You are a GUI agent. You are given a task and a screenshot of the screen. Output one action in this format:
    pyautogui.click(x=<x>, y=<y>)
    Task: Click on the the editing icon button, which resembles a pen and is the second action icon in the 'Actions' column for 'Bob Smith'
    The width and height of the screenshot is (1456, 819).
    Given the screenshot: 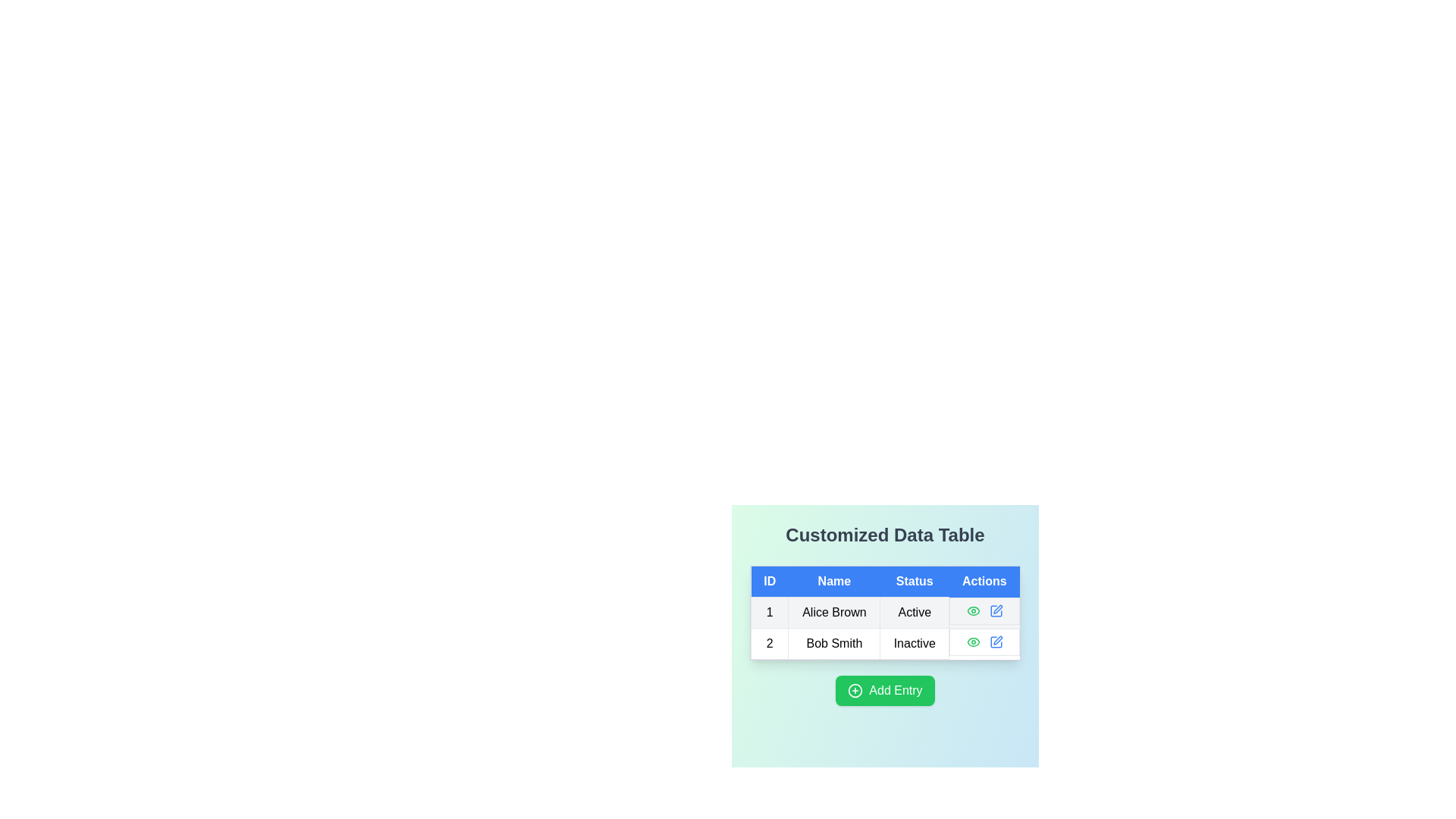 What is the action you would take?
    pyautogui.click(x=997, y=608)
    